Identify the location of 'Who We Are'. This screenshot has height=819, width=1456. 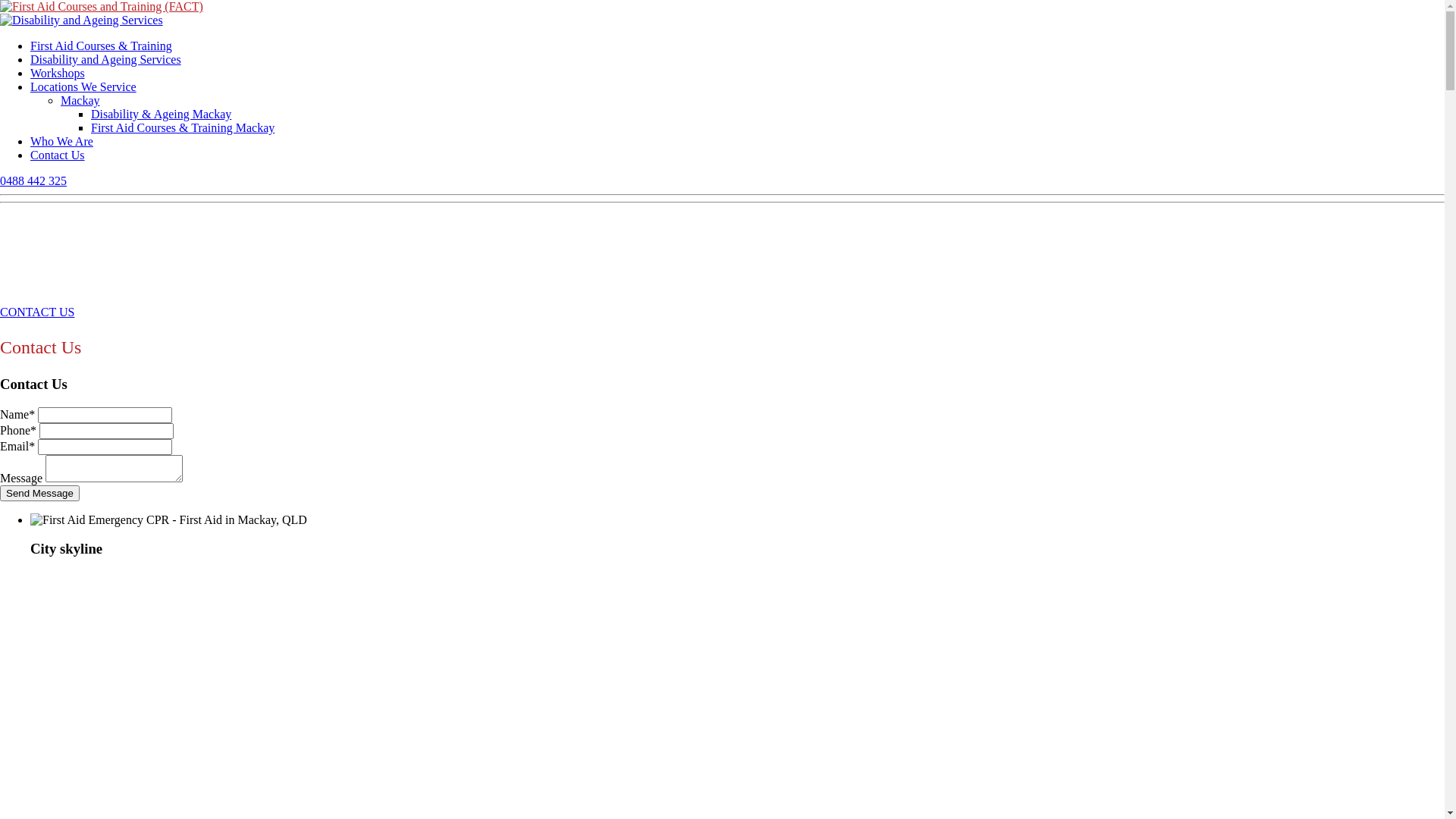
(61, 141).